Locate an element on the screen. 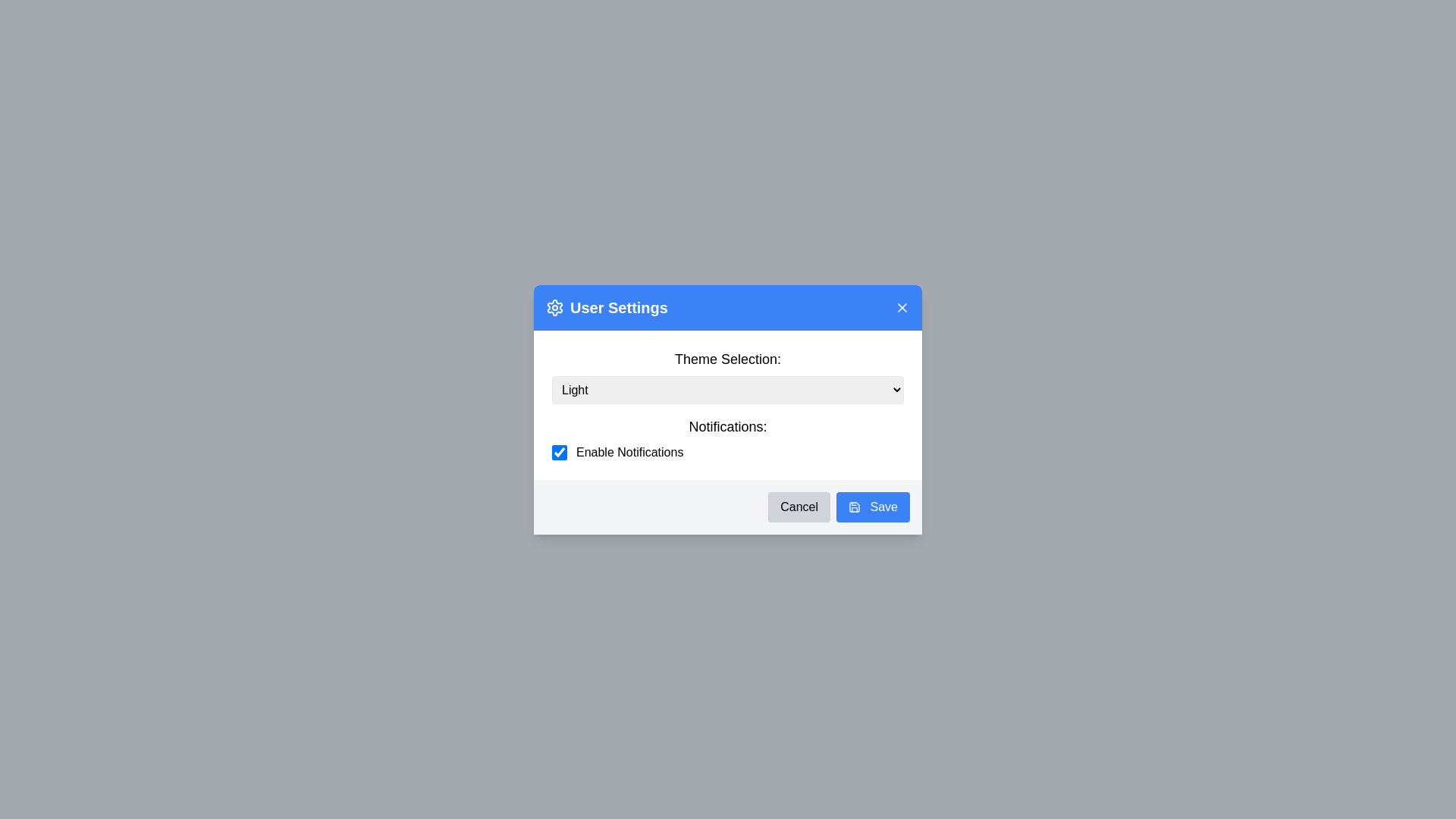  the dropdown menu labeled 'Light' in the Theme Selection section is located at coordinates (728, 388).